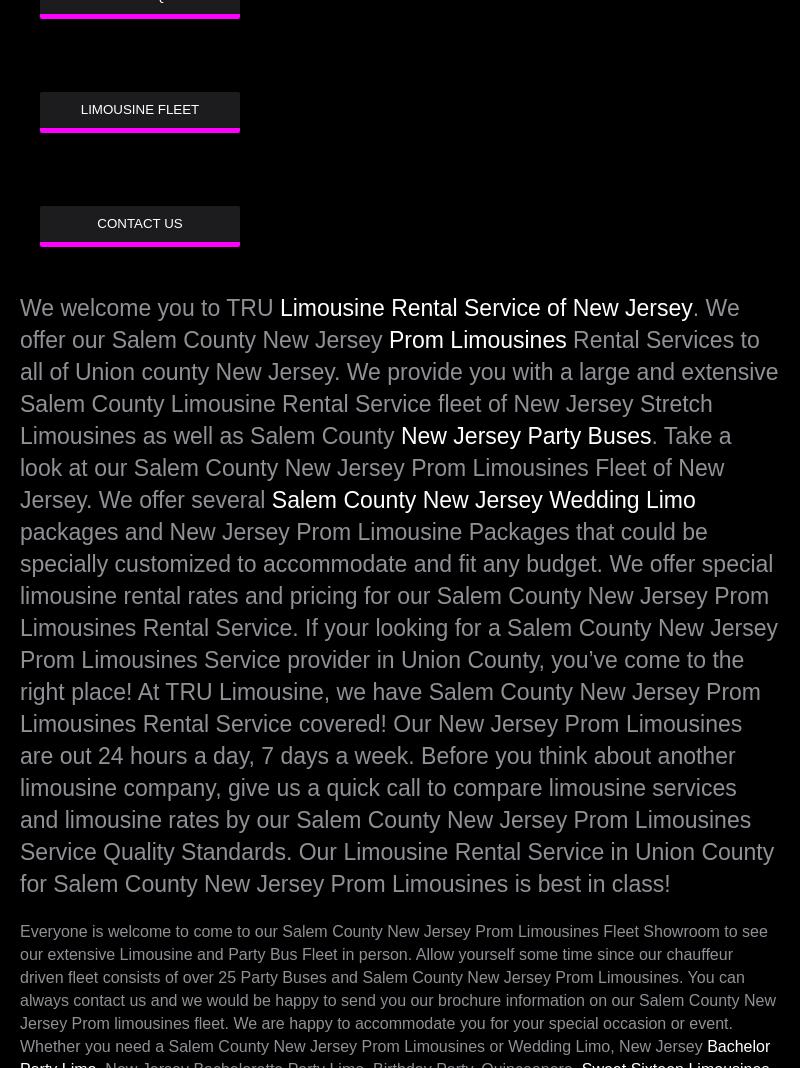  What do you see at coordinates (20, 467) in the screenshot?
I see `'. Take a look at our Salem County New Jersey Prom Limousines Fleet of New Jersey. We offer several'` at bounding box center [20, 467].